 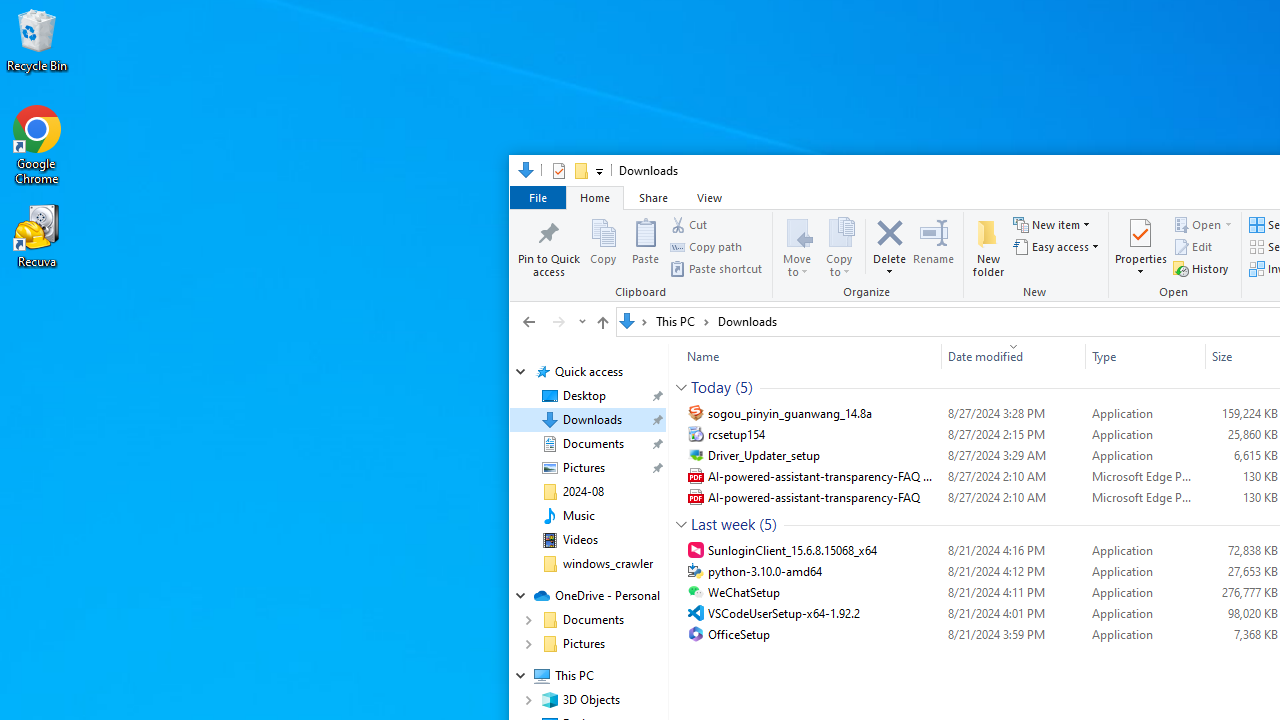 What do you see at coordinates (582, 468) in the screenshot?
I see `'Pictures (pinned)'` at bounding box center [582, 468].